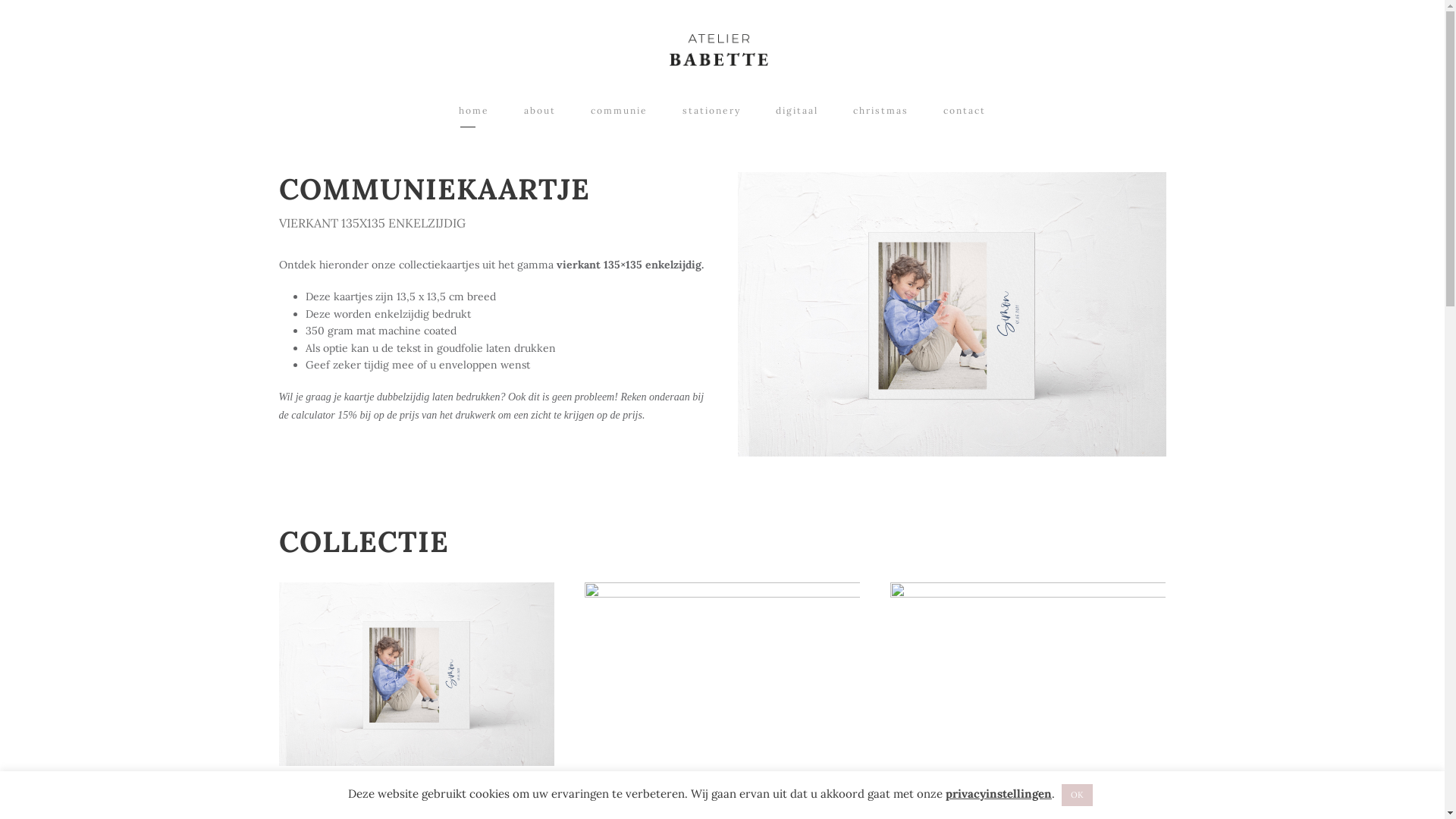 Image resolution: width=1456 pixels, height=819 pixels. I want to click on 'Communiekaart-Simon-vierkant148x148', so click(416, 673).